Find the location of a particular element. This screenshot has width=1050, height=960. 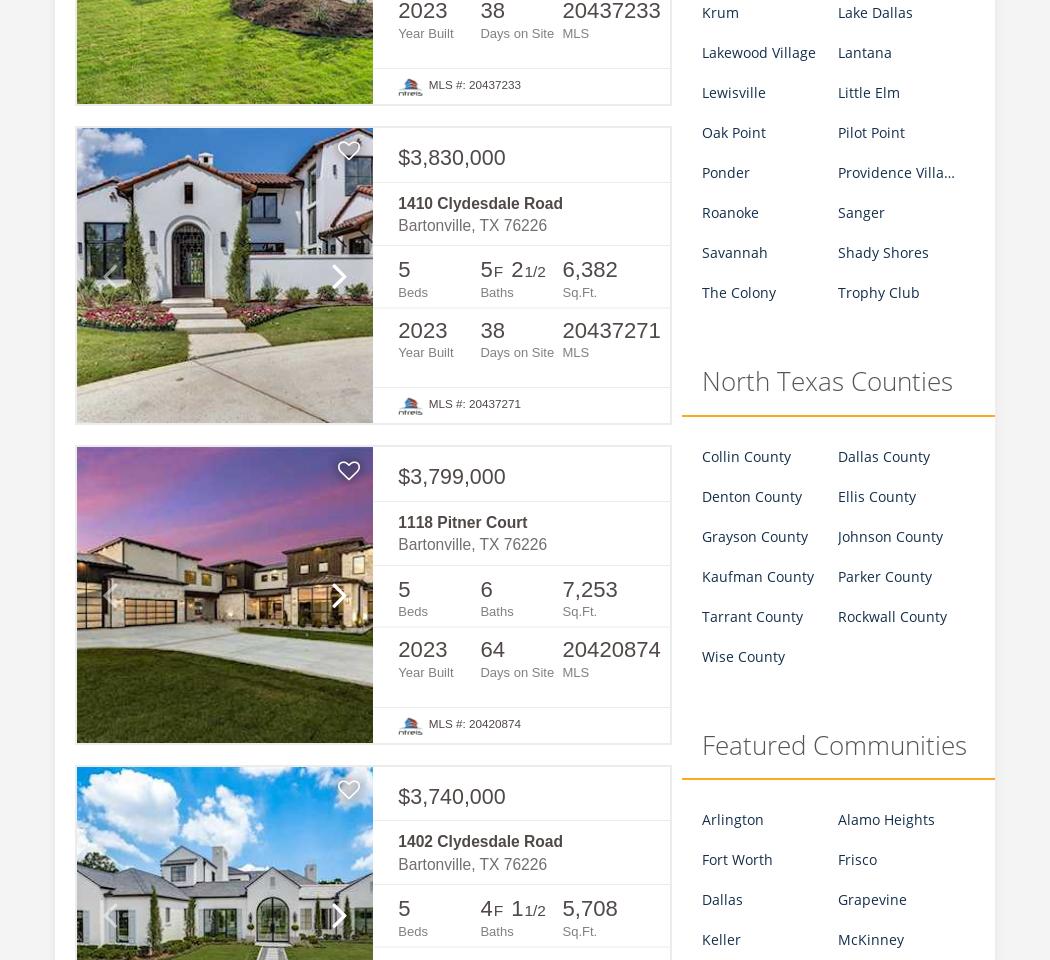

'Oak Point' is located at coordinates (732, 131).